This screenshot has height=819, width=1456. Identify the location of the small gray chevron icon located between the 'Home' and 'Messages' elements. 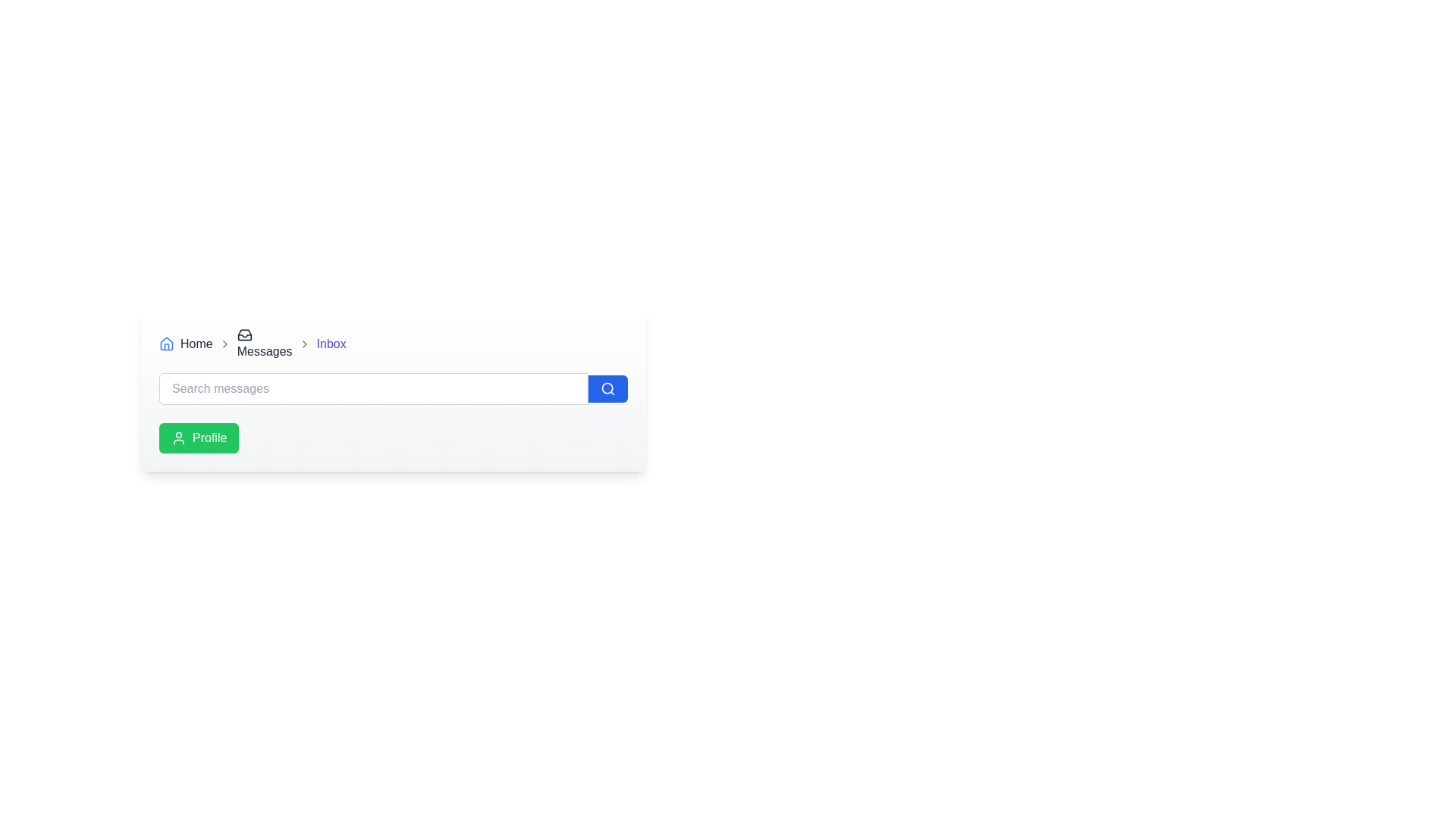
(224, 344).